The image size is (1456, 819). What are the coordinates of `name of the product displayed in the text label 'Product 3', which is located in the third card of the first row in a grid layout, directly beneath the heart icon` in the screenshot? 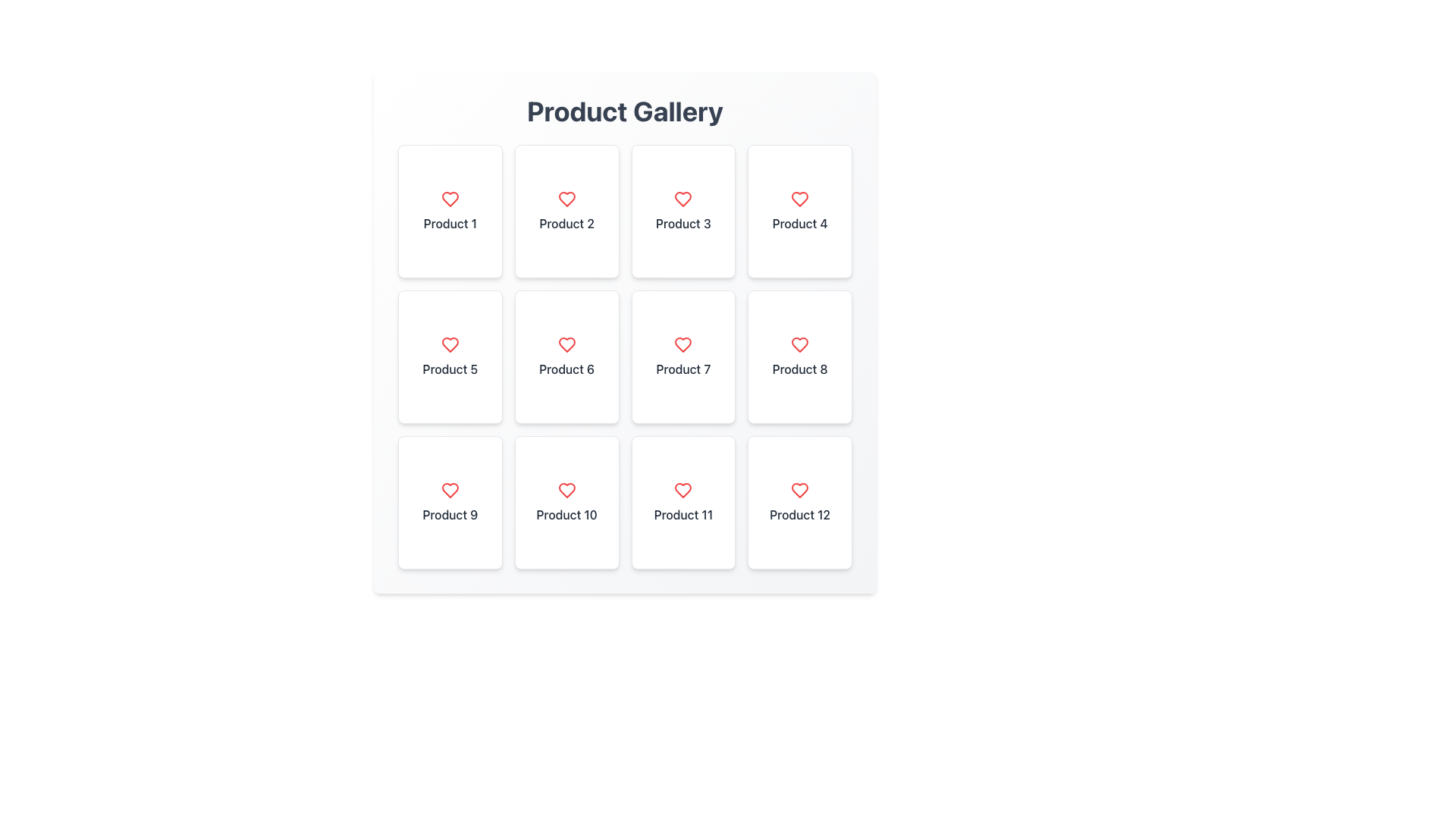 It's located at (682, 223).